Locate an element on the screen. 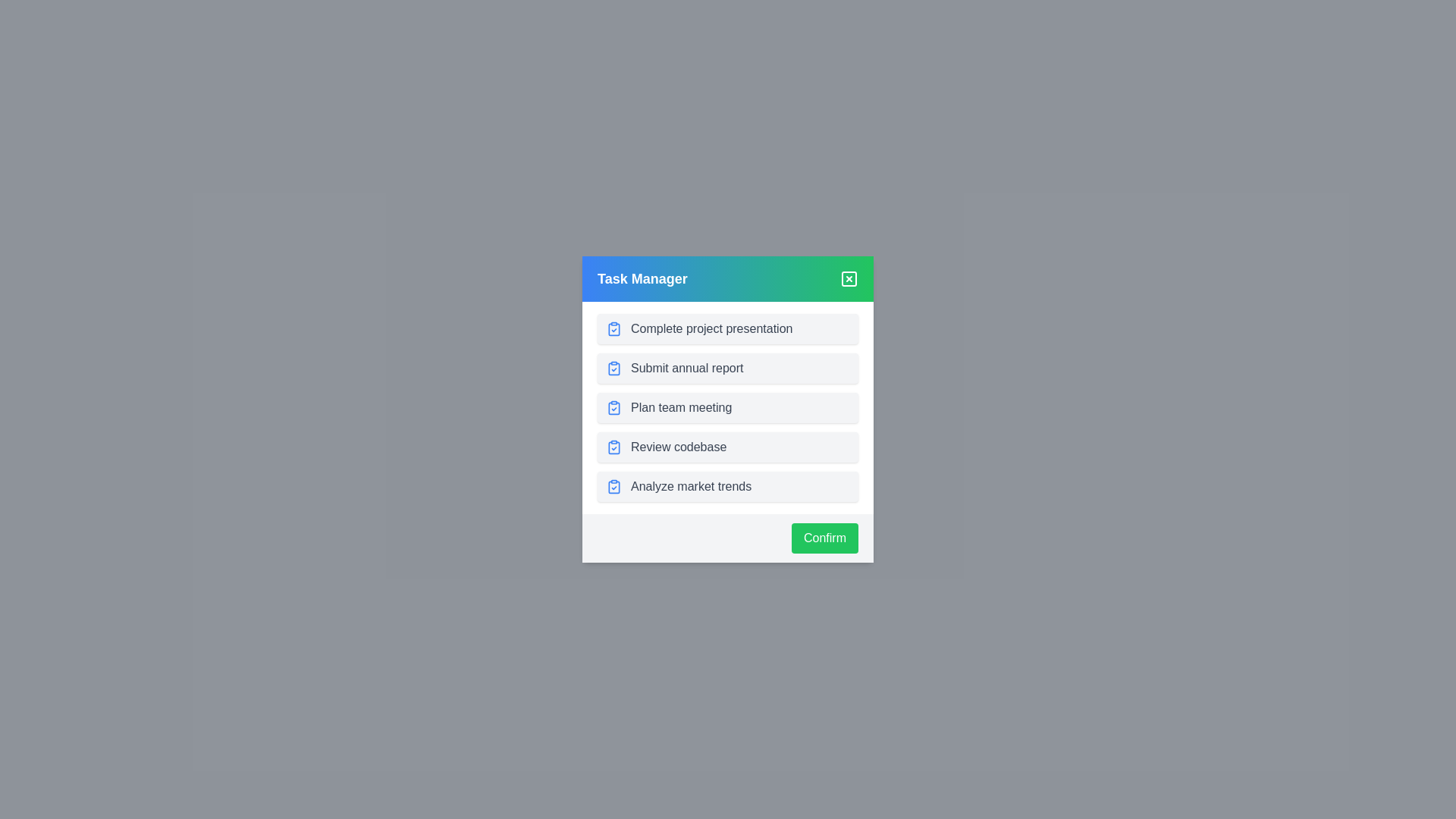  confirm button to acknowledge task completion is located at coordinates (824, 537).